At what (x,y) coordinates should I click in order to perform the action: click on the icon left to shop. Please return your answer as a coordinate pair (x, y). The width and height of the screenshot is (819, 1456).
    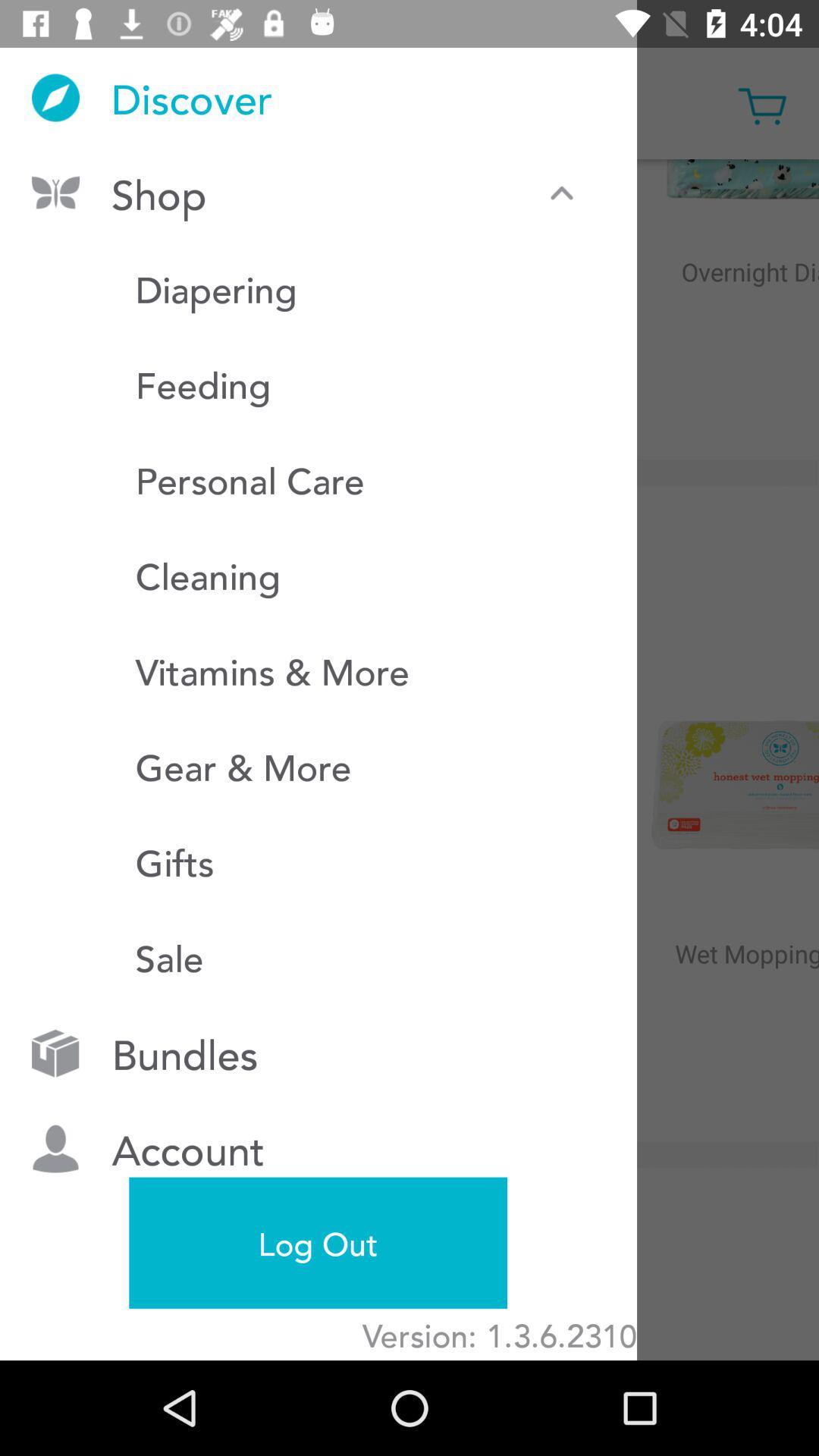
    Looking at the image, I should click on (55, 193).